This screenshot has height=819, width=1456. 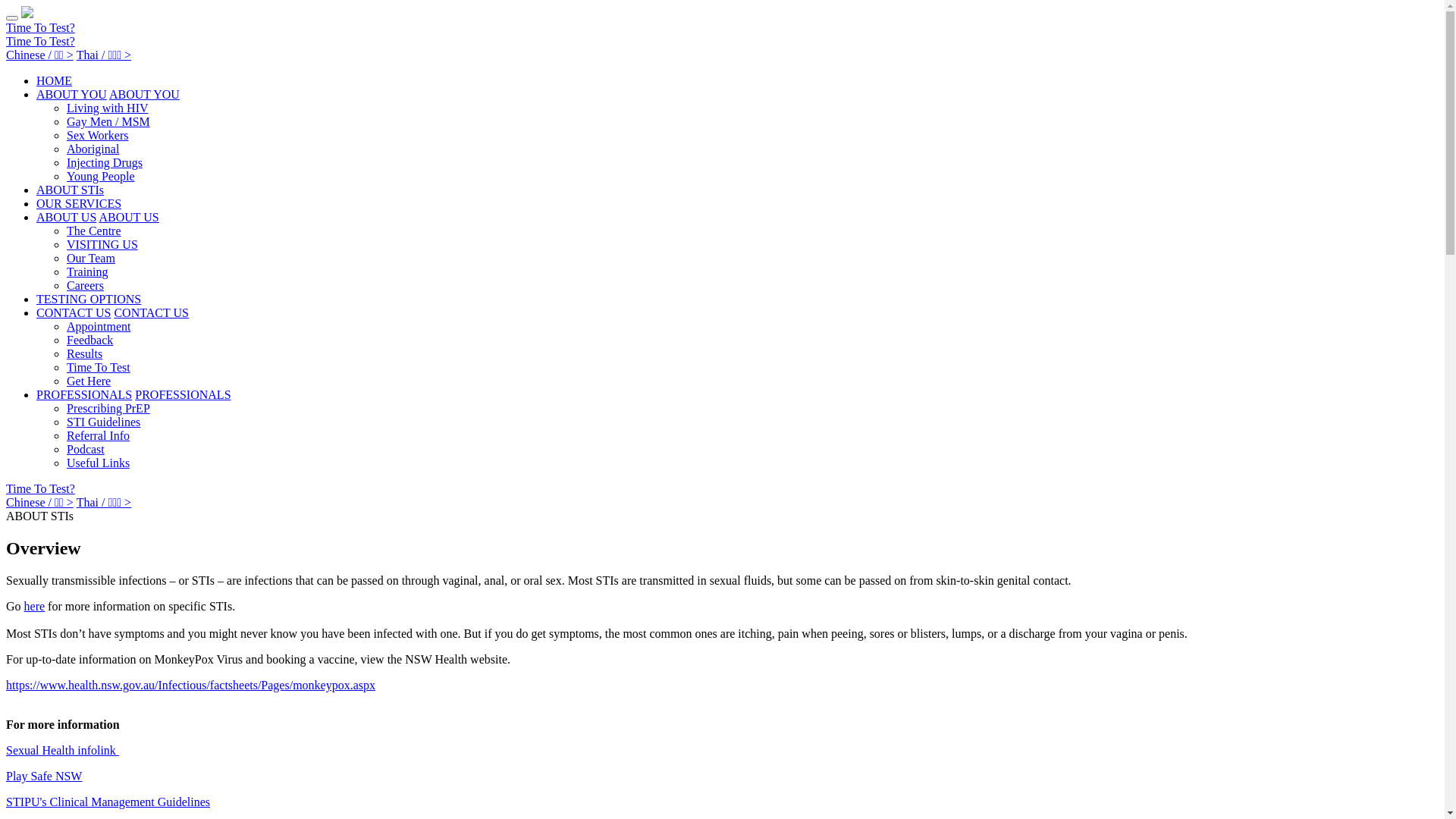 I want to click on 'ABOUT US', so click(x=36, y=217).